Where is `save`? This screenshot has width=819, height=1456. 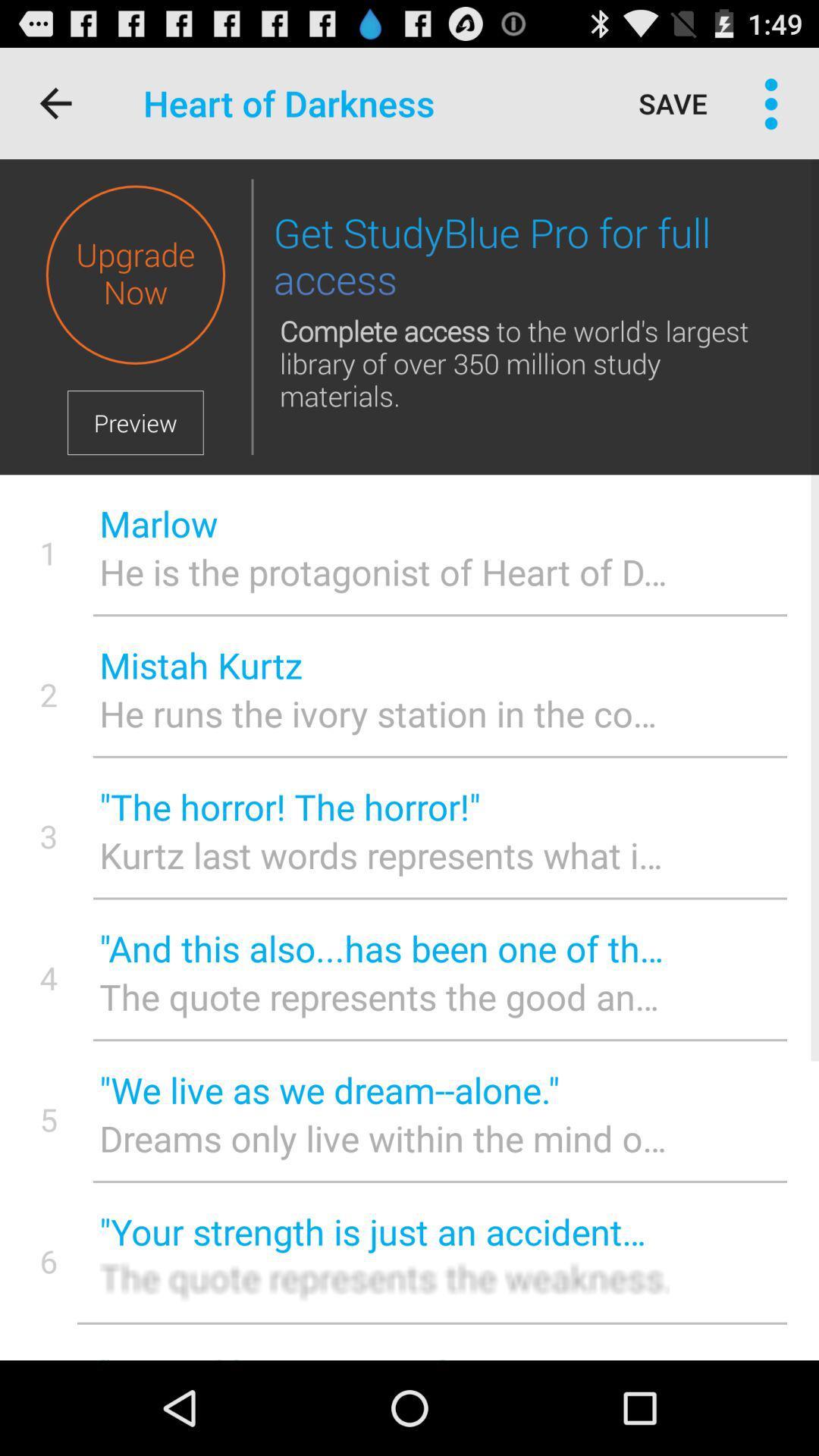
save is located at coordinates (672, 102).